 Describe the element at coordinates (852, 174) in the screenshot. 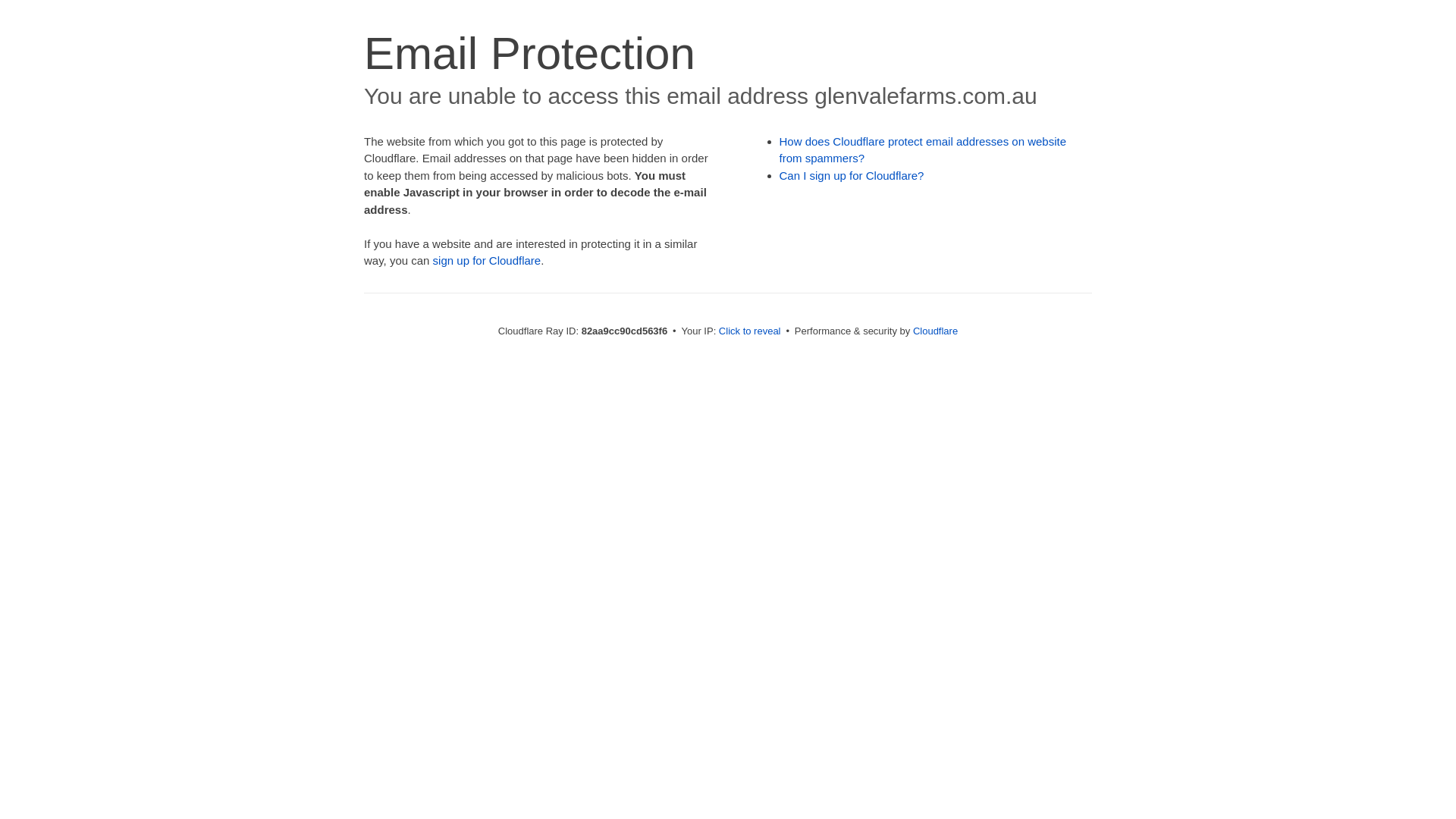

I see `'Can I sign up for Cloudflare?'` at that location.